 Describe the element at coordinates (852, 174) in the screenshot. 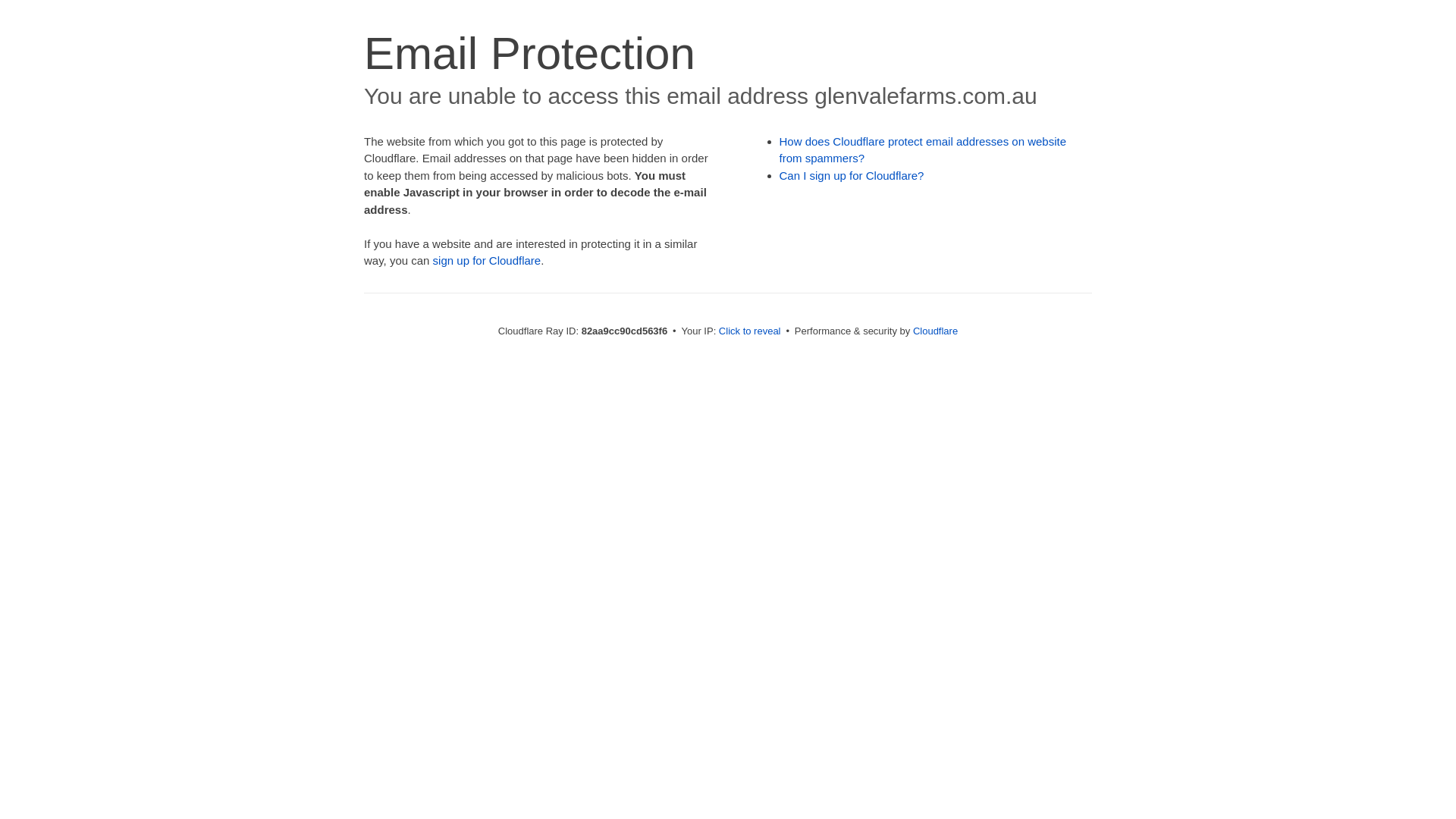

I see `'Can I sign up for Cloudflare?'` at that location.